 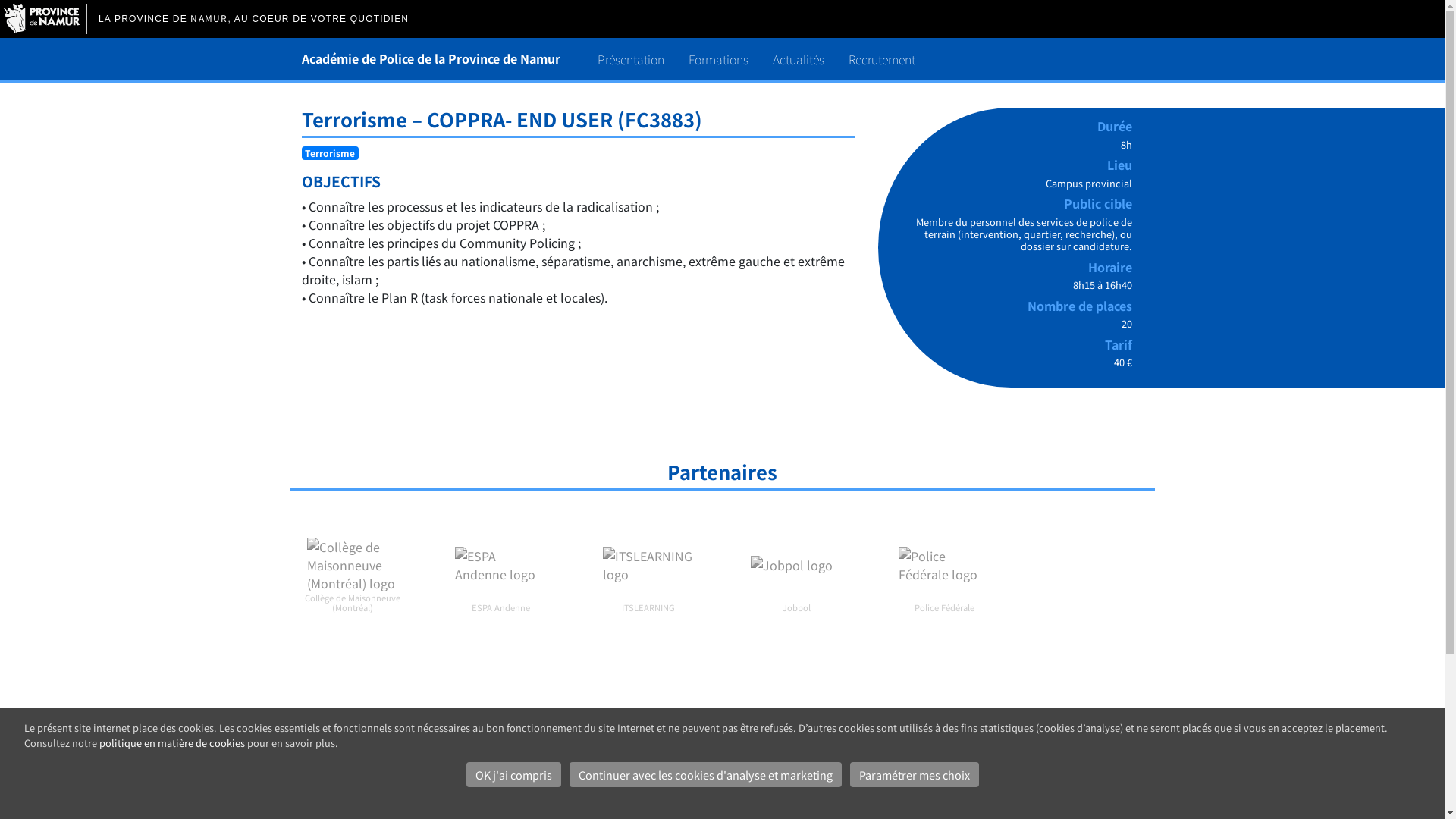 What do you see at coordinates (465, 775) in the screenshot?
I see `'OK j'ai compris'` at bounding box center [465, 775].